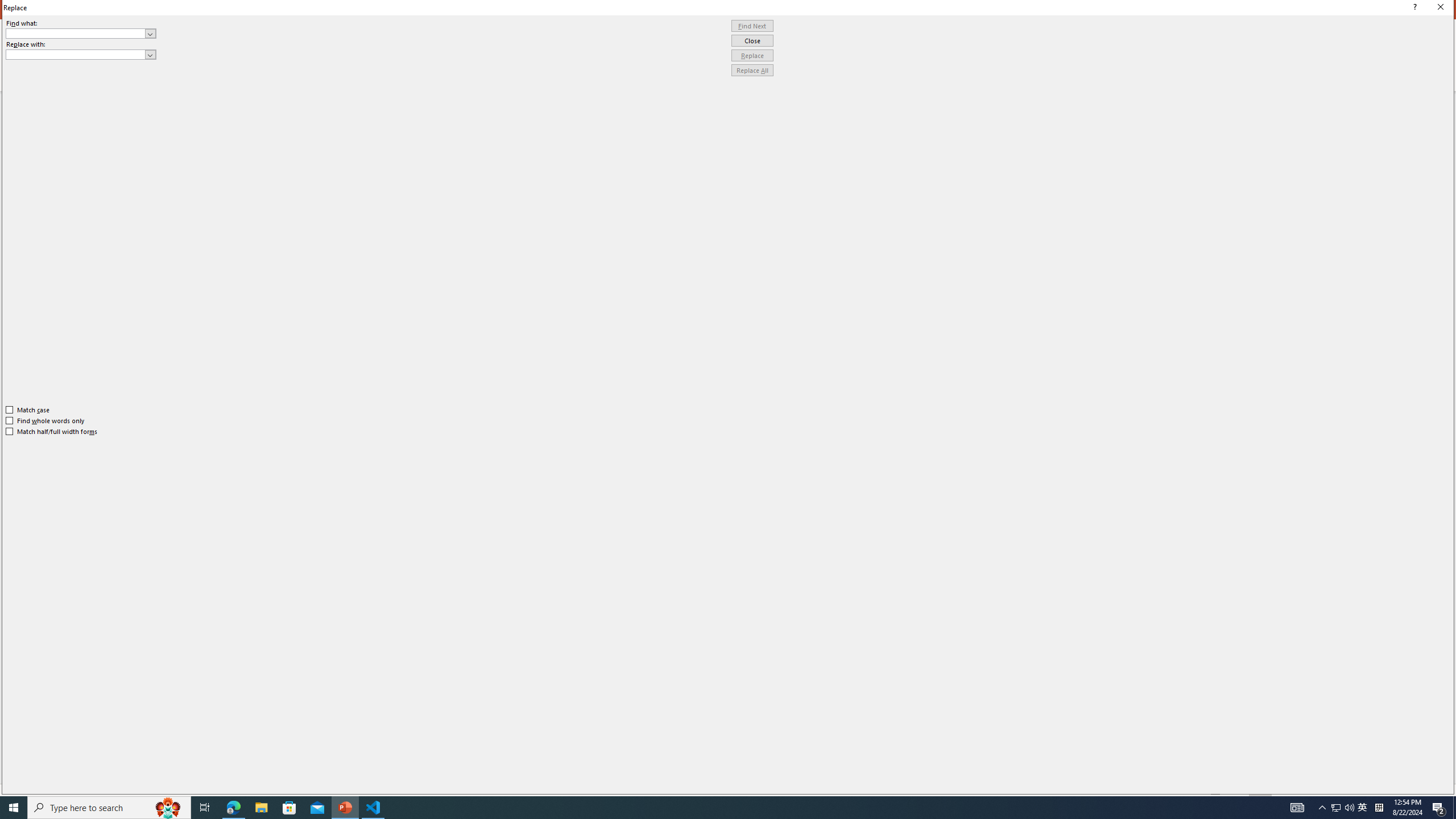 This screenshot has height=819, width=1456. Describe the element at coordinates (752, 69) in the screenshot. I see `'Replace All'` at that location.